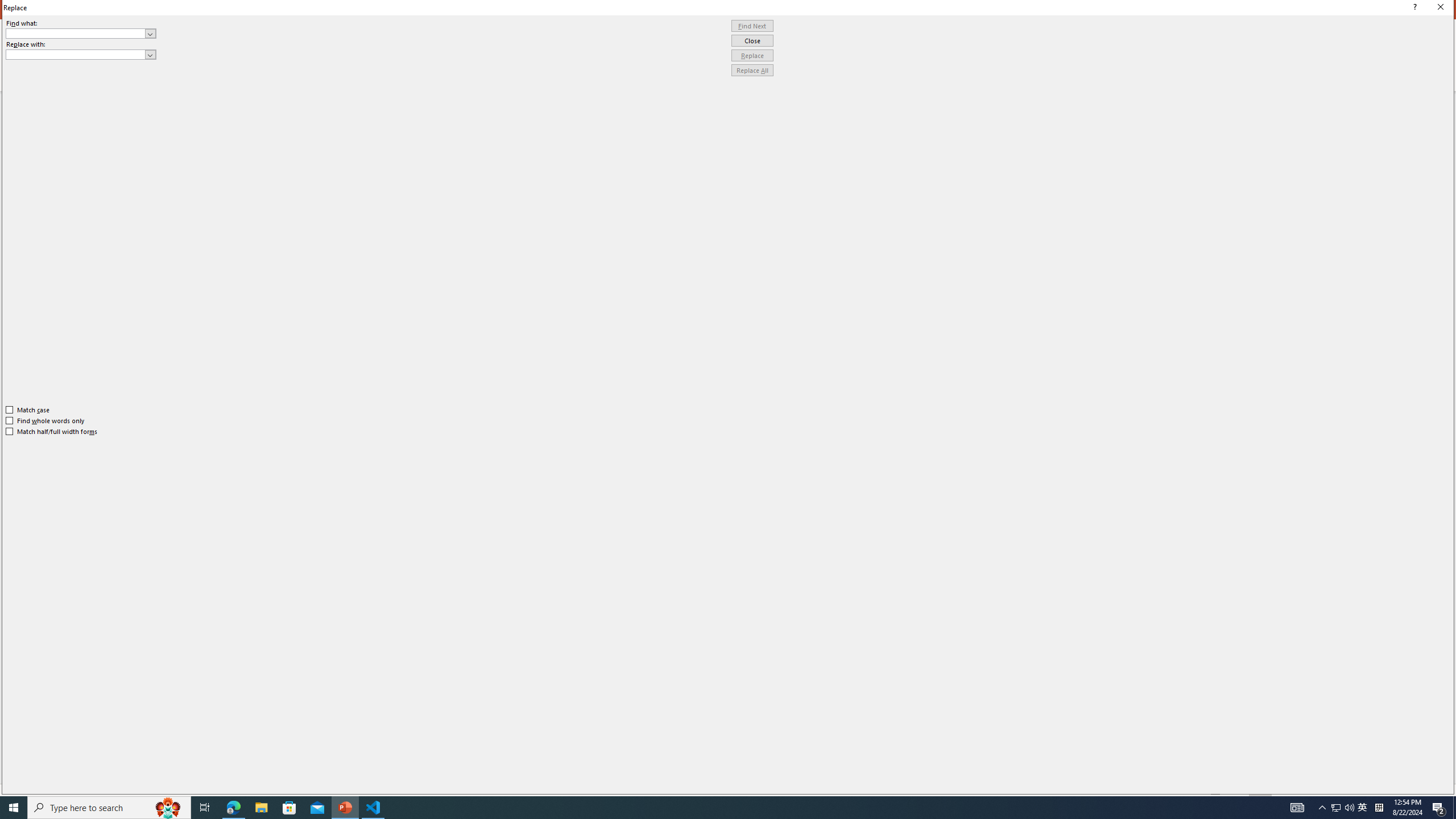 This screenshot has height=819, width=1456. Describe the element at coordinates (752, 69) in the screenshot. I see `'Replace All'` at that location.